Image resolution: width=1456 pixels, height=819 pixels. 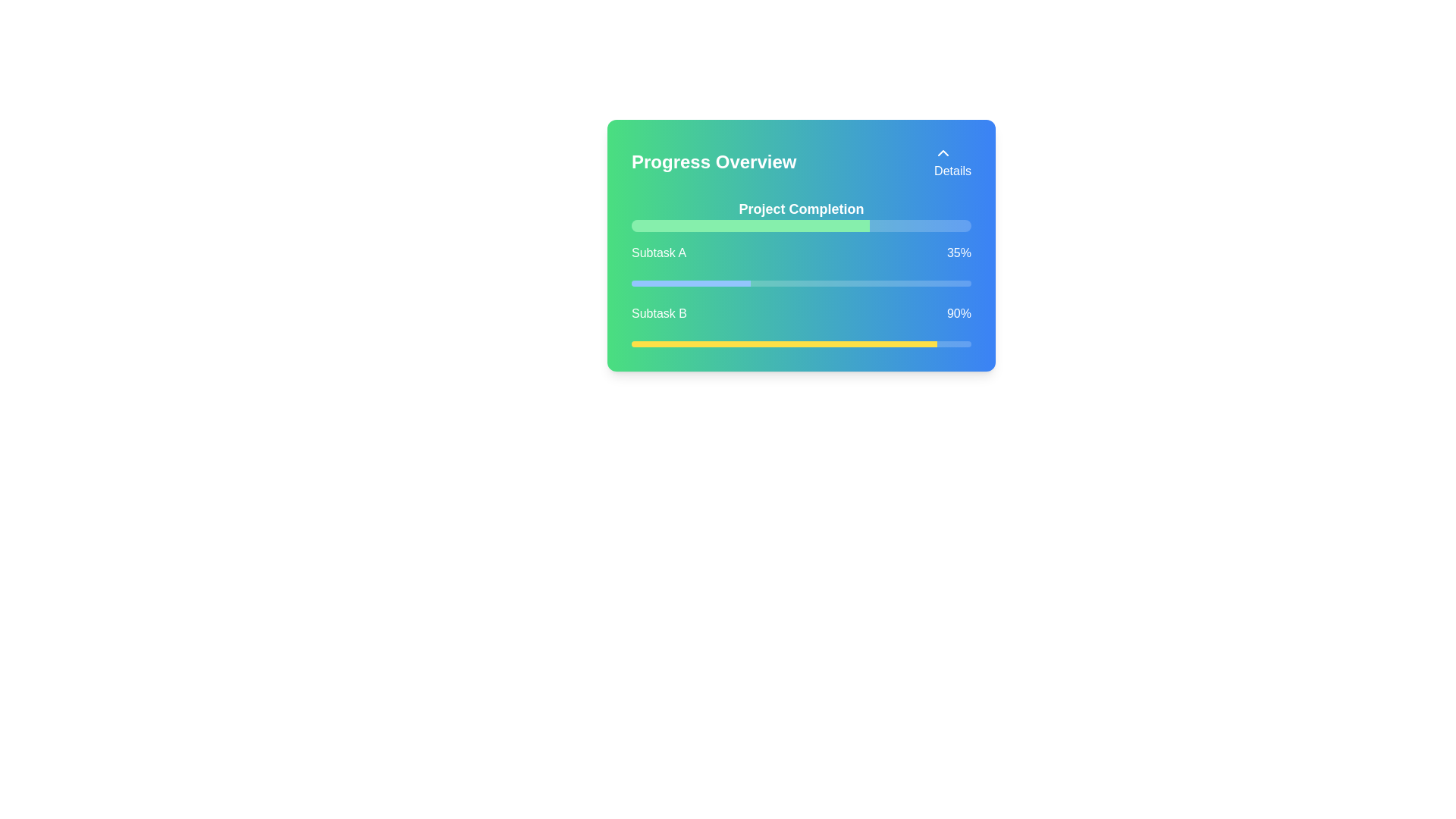 What do you see at coordinates (800, 271) in the screenshot?
I see `the percentage information displayed on the progress bar group with labels located within the 'Progress Overview' card, which is centered below the title` at bounding box center [800, 271].